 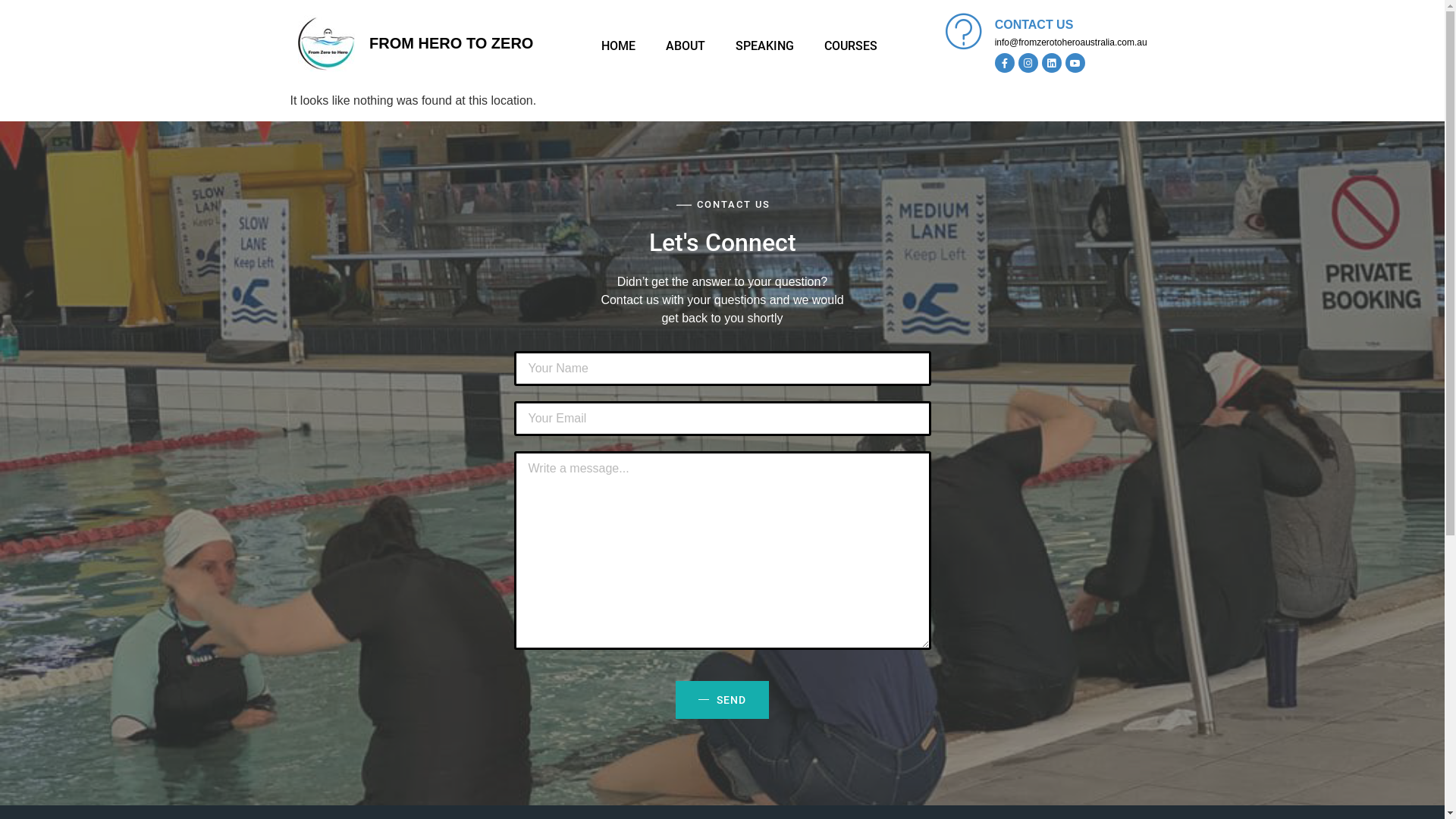 I want to click on 'CONTACT US', so click(x=1033, y=24).